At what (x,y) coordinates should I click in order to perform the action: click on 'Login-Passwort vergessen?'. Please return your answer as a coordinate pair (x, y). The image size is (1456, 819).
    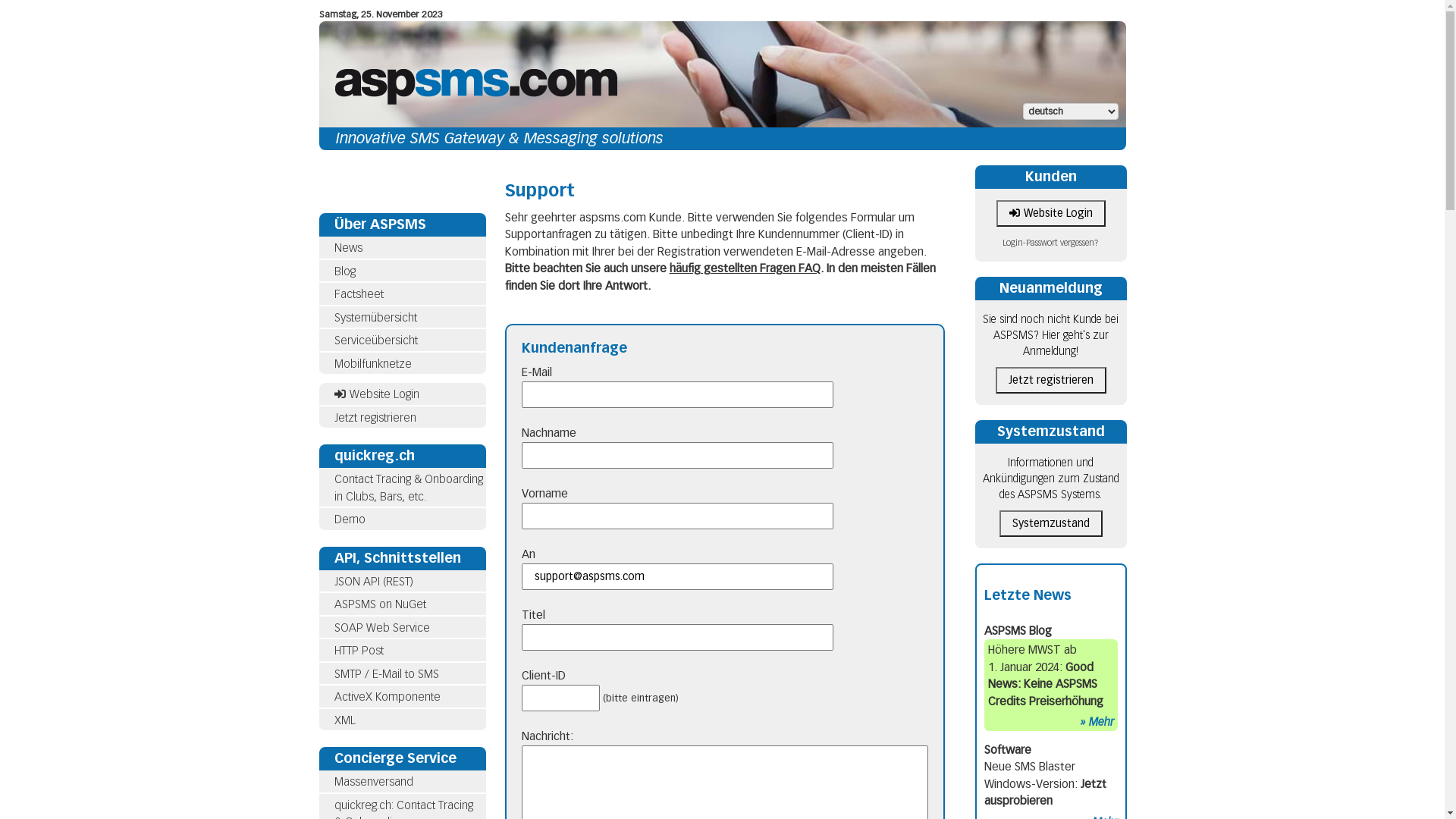
    Looking at the image, I should click on (1050, 242).